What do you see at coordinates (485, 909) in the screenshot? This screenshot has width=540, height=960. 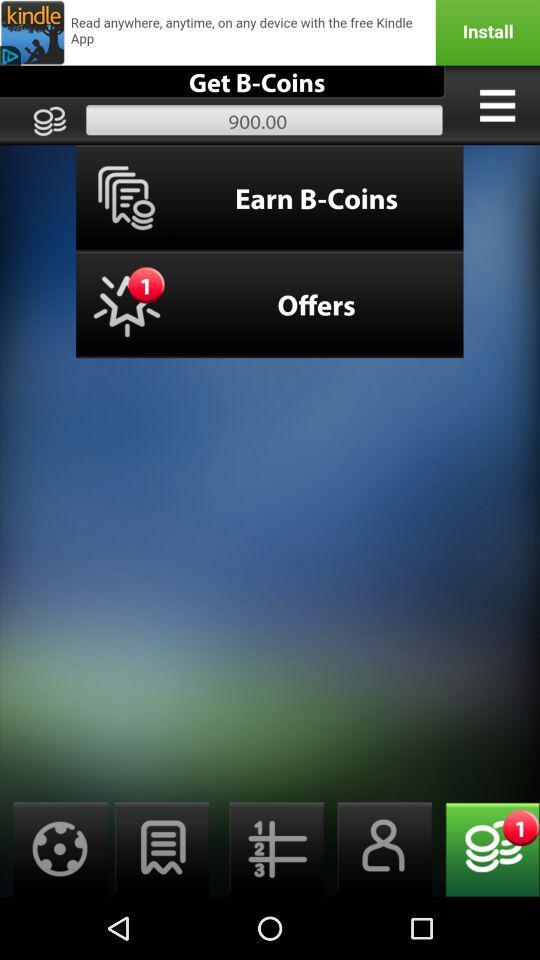 I see `the emoji icon` at bounding box center [485, 909].